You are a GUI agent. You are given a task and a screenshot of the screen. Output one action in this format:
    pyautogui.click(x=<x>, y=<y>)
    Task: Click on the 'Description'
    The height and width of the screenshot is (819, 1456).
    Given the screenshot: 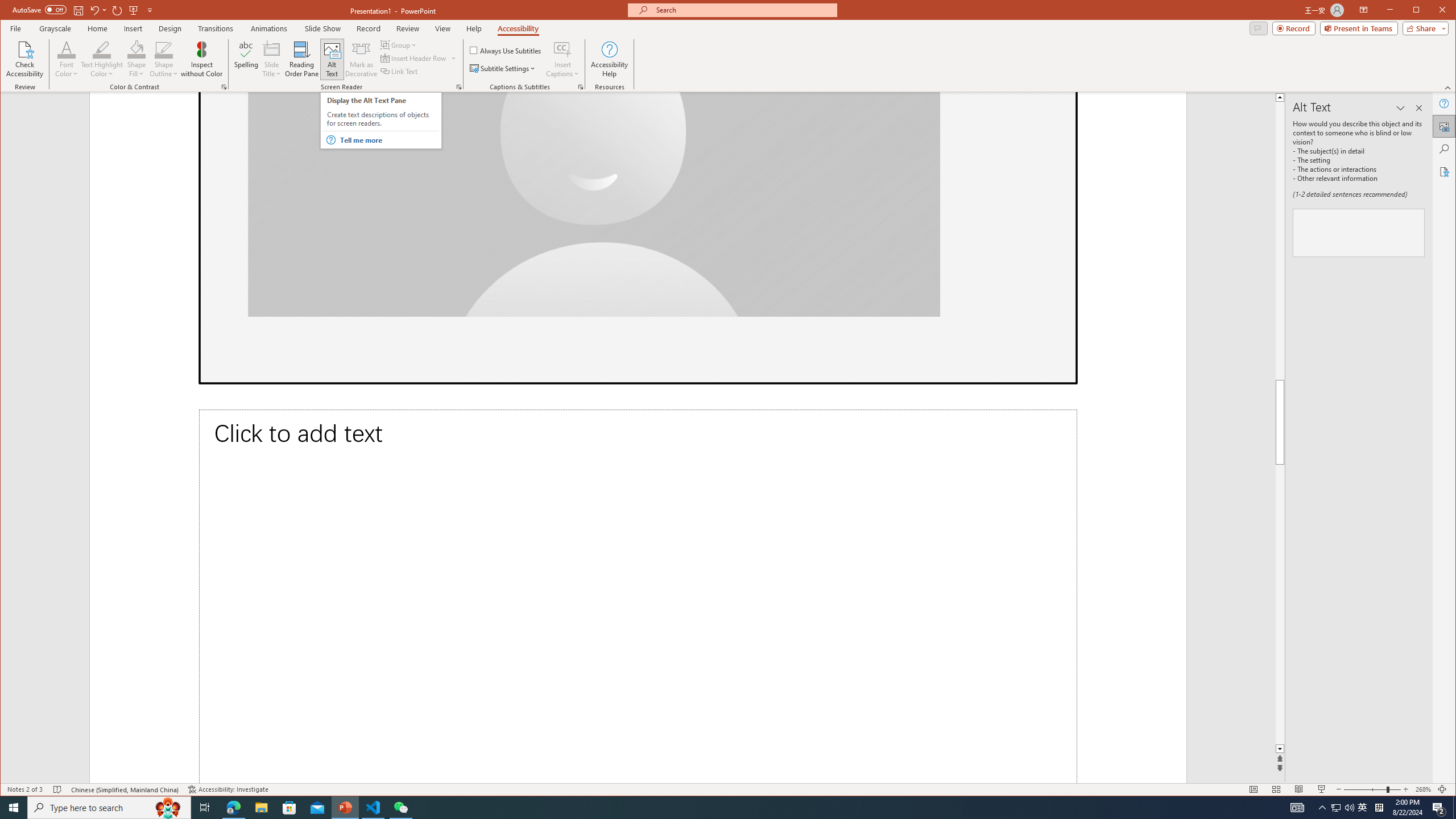 What is the action you would take?
    pyautogui.click(x=1358, y=233)
    